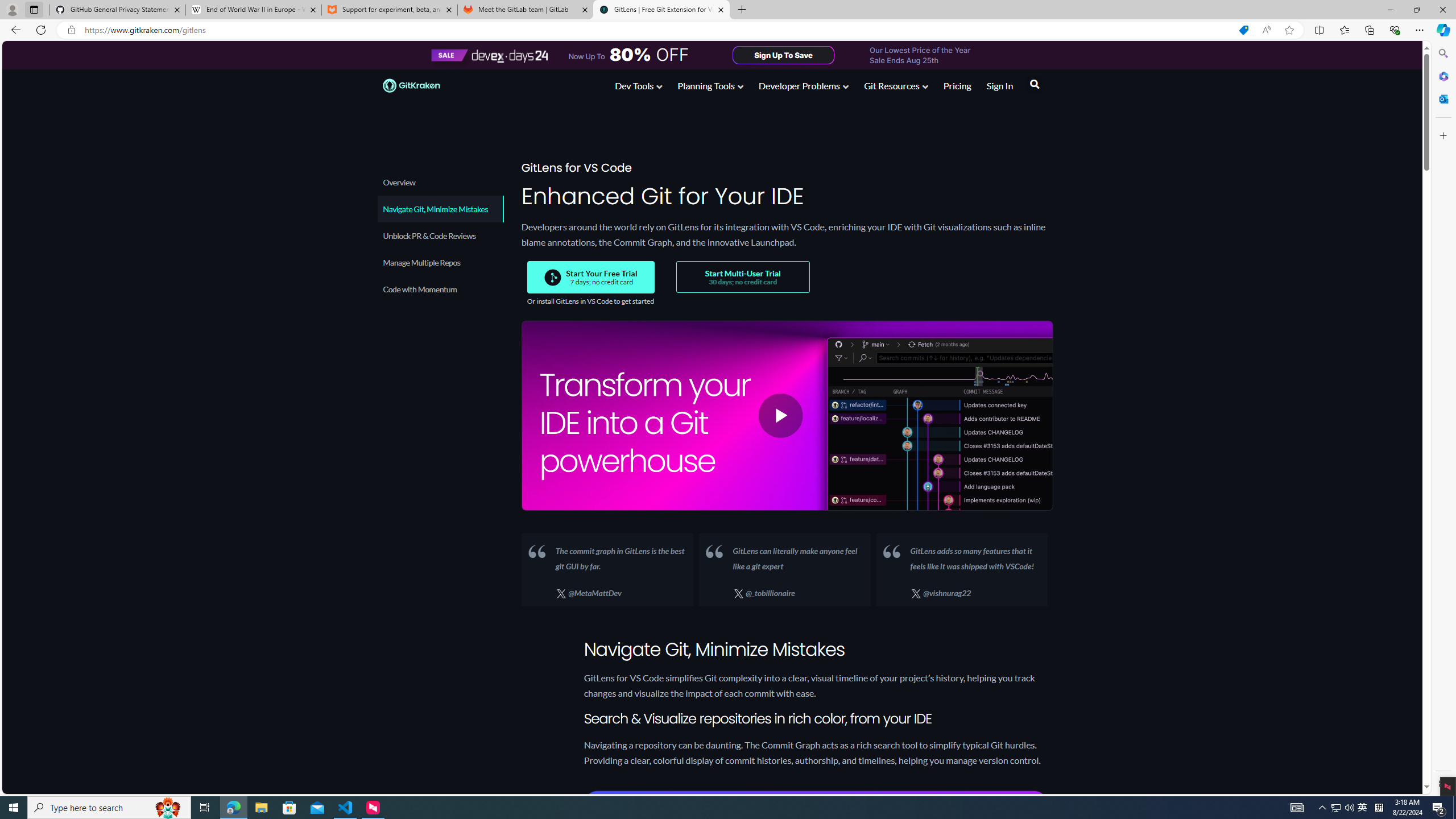 Image resolution: width=1456 pixels, height=819 pixels. Describe the element at coordinates (660, 9) in the screenshot. I see `'GitLens | Free Git Extension for Visual Studio Code'` at that location.